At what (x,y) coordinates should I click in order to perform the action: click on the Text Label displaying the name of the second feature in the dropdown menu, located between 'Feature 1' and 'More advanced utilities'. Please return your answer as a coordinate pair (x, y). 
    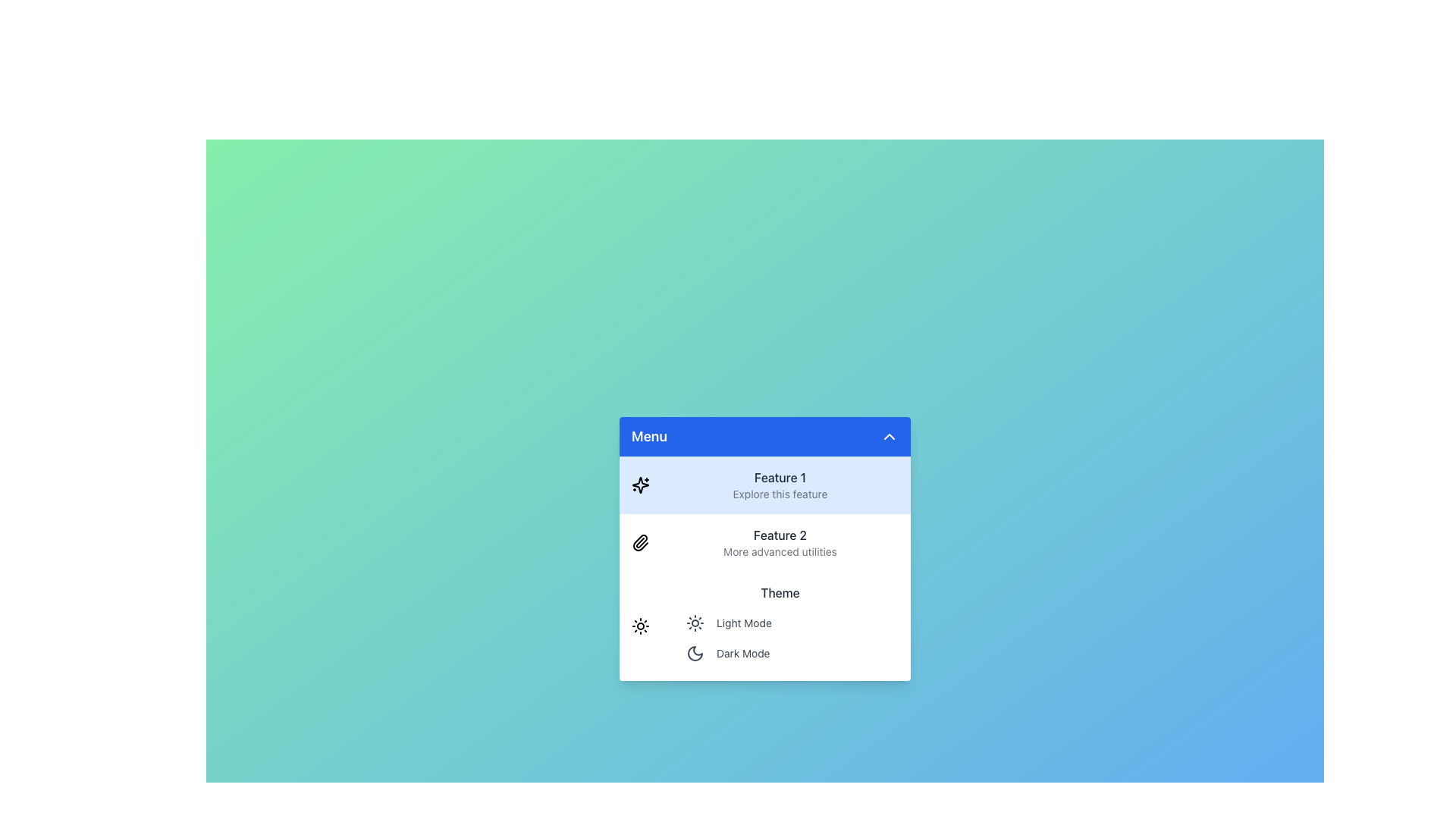
    Looking at the image, I should click on (780, 534).